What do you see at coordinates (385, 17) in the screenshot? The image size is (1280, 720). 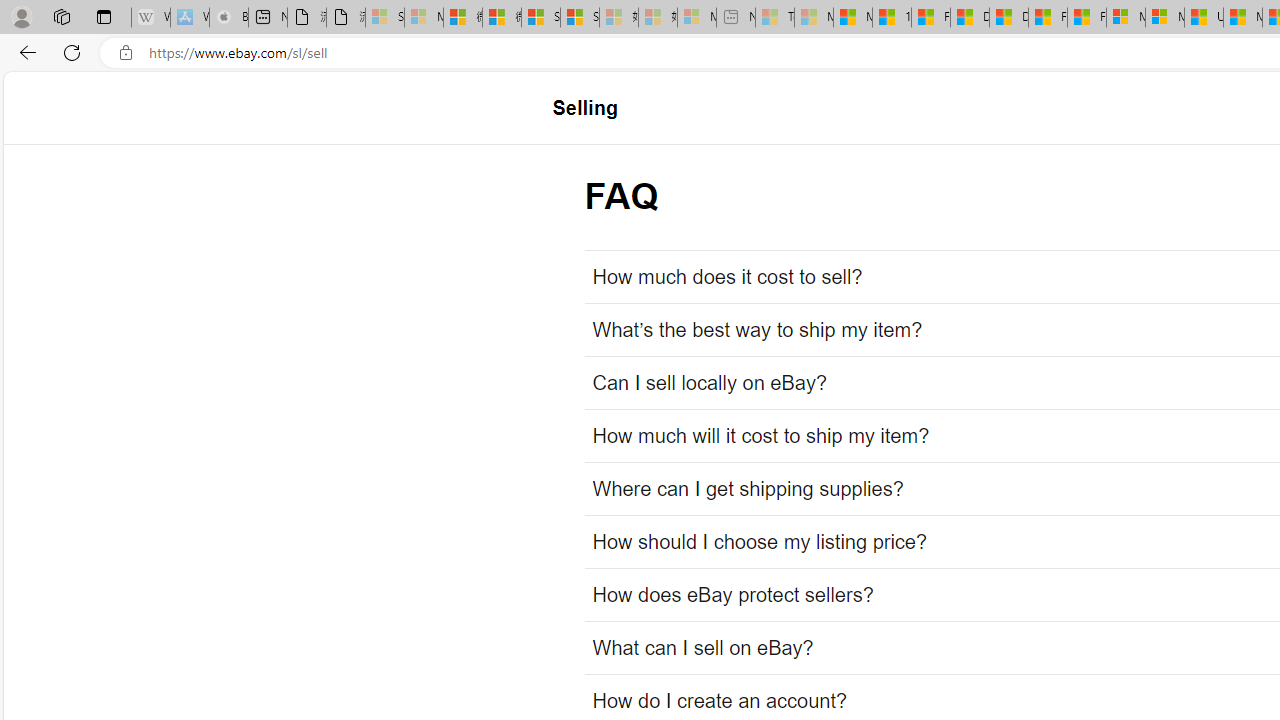 I see `'Sign in to your Microsoft account - Sleeping'` at bounding box center [385, 17].